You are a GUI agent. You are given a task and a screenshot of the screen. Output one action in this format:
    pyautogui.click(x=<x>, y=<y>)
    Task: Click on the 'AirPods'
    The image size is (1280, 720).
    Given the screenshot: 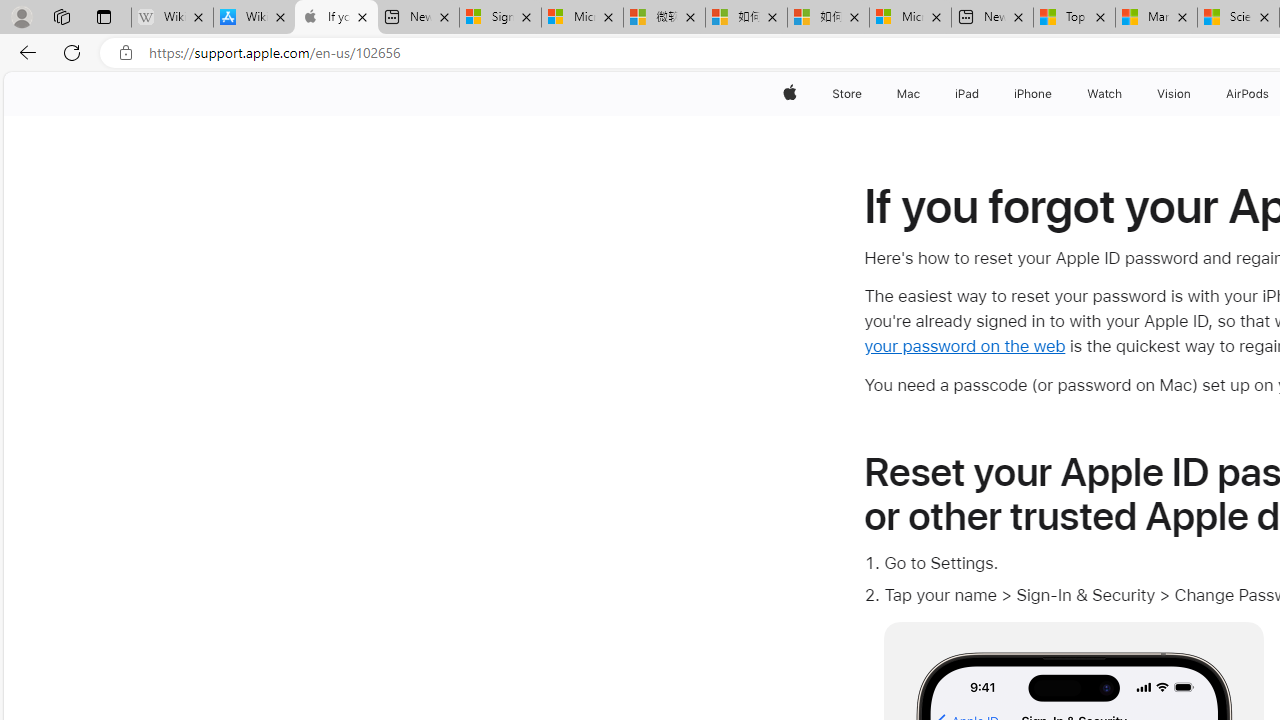 What is the action you would take?
    pyautogui.click(x=1247, y=93)
    